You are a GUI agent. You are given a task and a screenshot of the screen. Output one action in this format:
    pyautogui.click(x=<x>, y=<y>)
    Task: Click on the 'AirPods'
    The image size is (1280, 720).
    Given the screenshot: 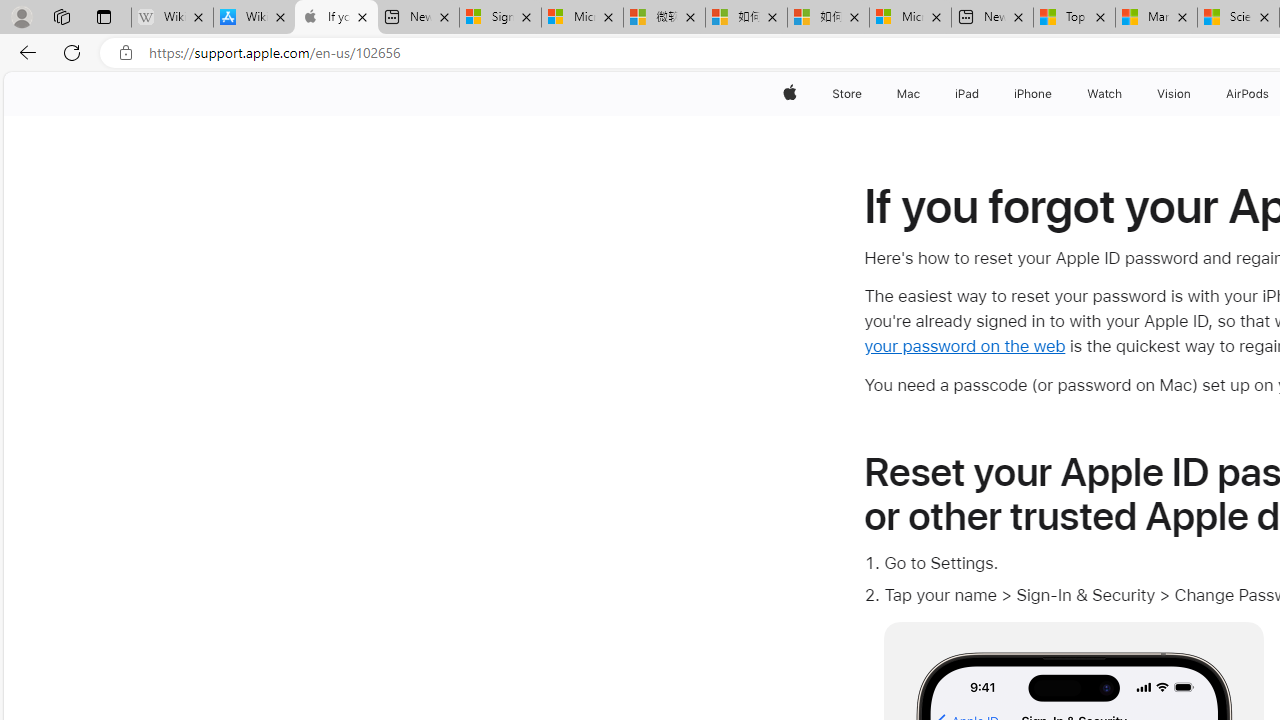 What is the action you would take?
    pyautogui.click(x=1247, y=93)
    